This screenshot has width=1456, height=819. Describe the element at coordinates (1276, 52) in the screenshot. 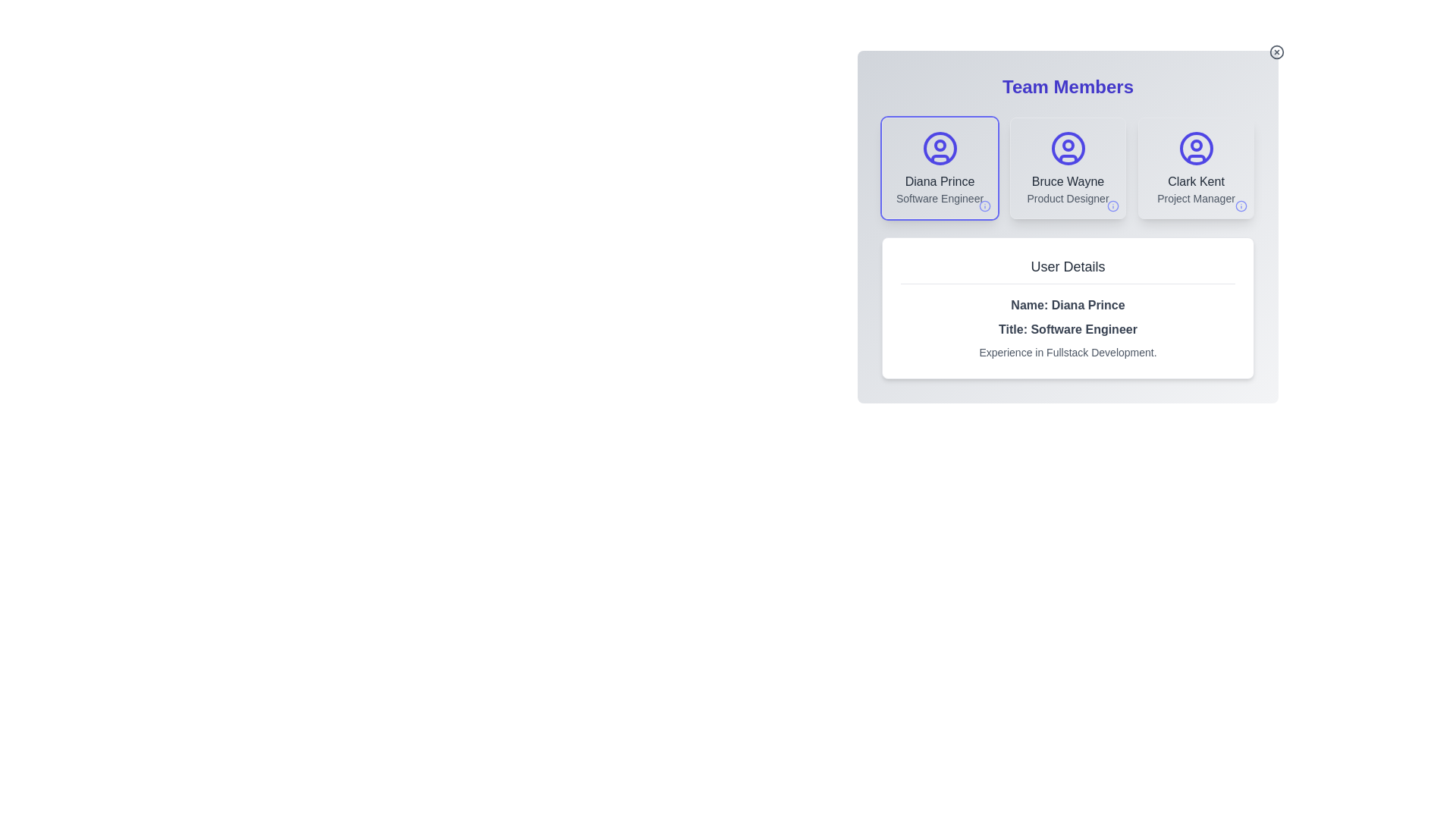

I see `the circular icon with a 10-unit radius located at the top-right corner of the main content box, part of an SVG graphic, which transitions to red upon hover` at that location.